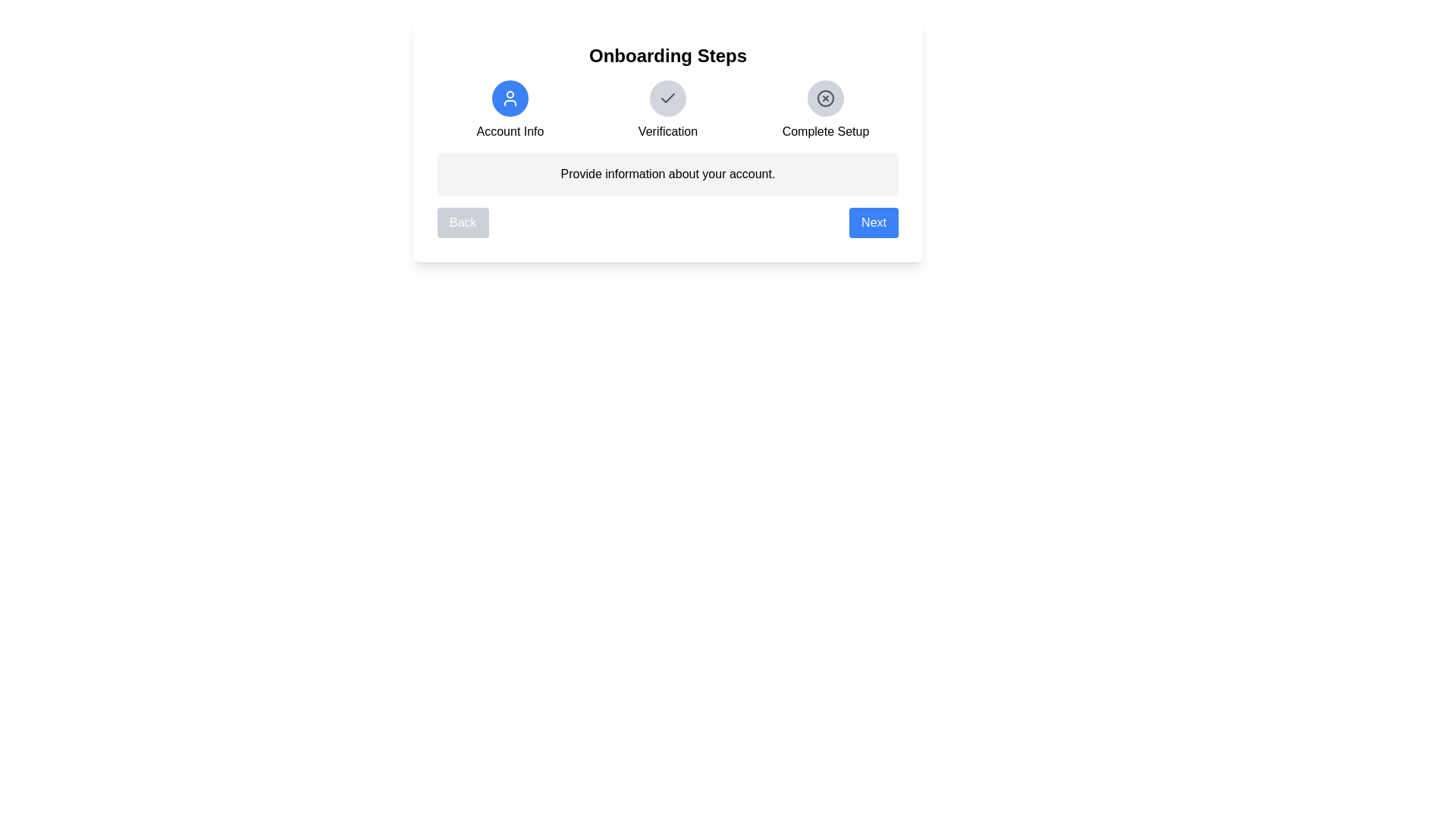 Image resolution: width=1456 pixels, height=819 pixels. Describe the element at coordinates (874, 222) in the screenshot. I see `the 'Next' button to proceed to the next step` at that location.